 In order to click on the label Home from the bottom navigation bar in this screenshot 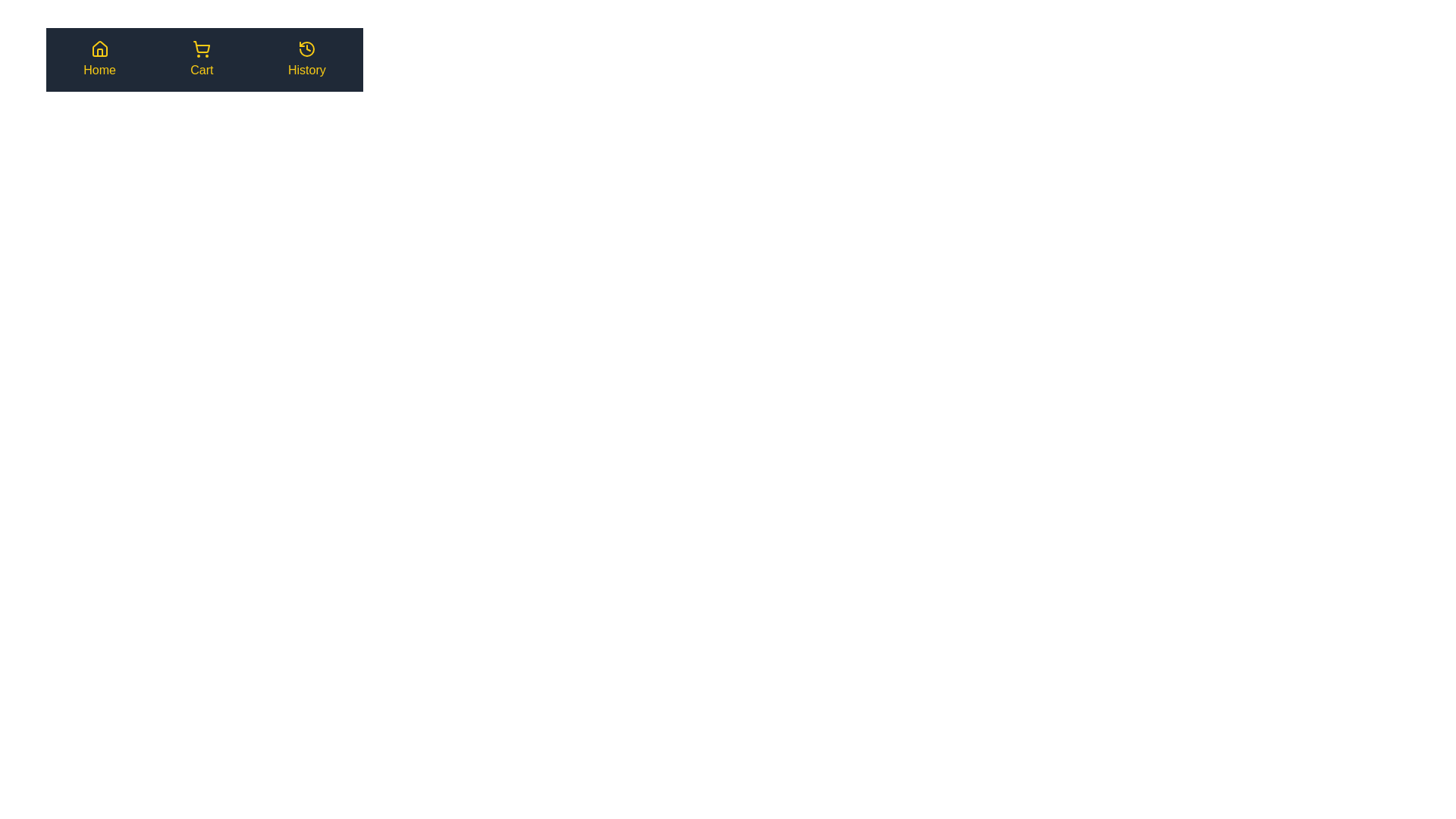, I will do `click(99, 70)`.